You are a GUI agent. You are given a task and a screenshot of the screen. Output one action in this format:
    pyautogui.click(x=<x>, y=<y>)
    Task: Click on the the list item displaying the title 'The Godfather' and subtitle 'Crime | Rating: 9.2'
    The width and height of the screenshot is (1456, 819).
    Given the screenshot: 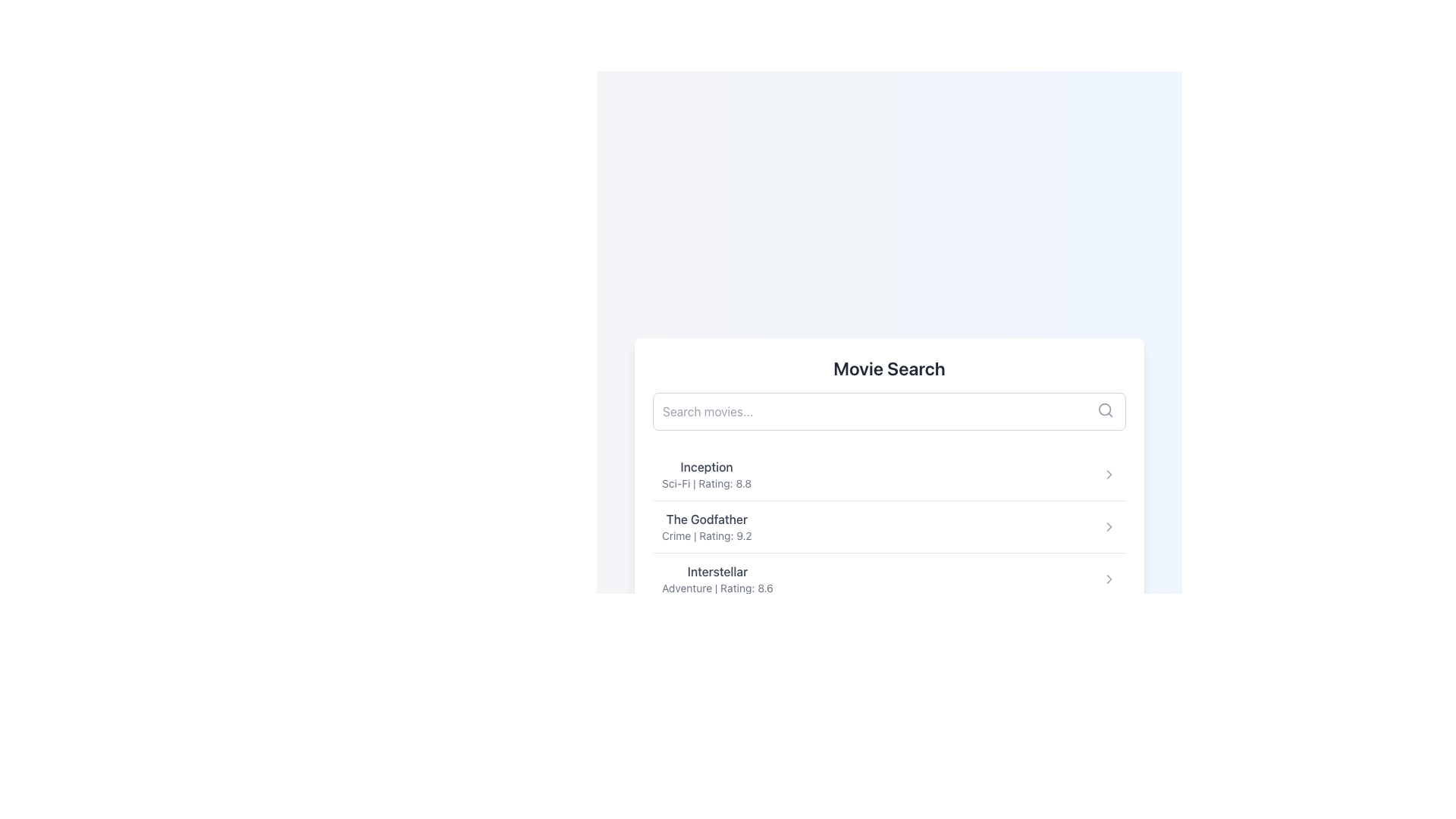 What is the action you would take?
    pyautogui.click(x=889, y=526)
    